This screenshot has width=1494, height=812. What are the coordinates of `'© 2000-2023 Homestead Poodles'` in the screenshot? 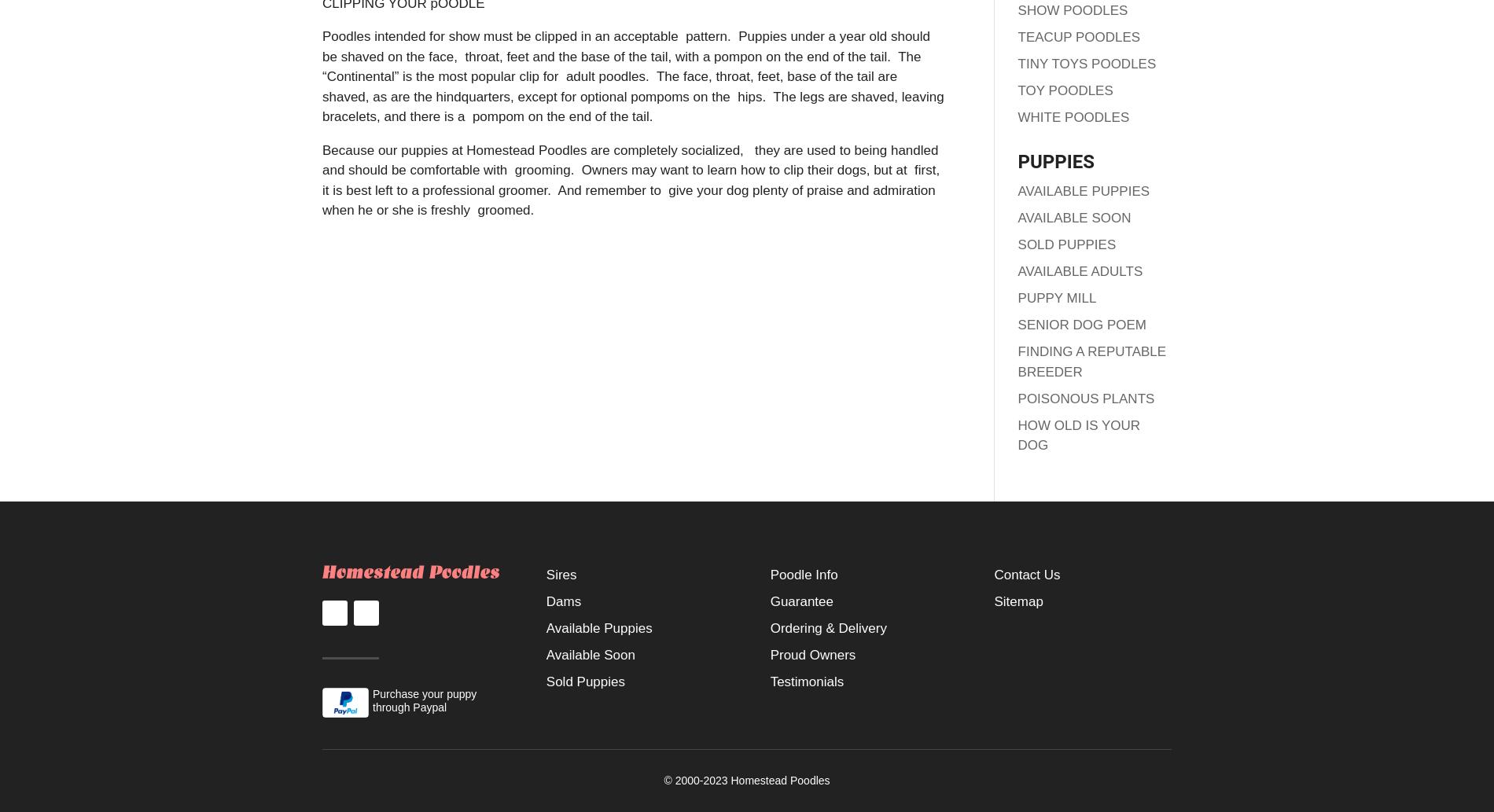 It's located at (662, 778).